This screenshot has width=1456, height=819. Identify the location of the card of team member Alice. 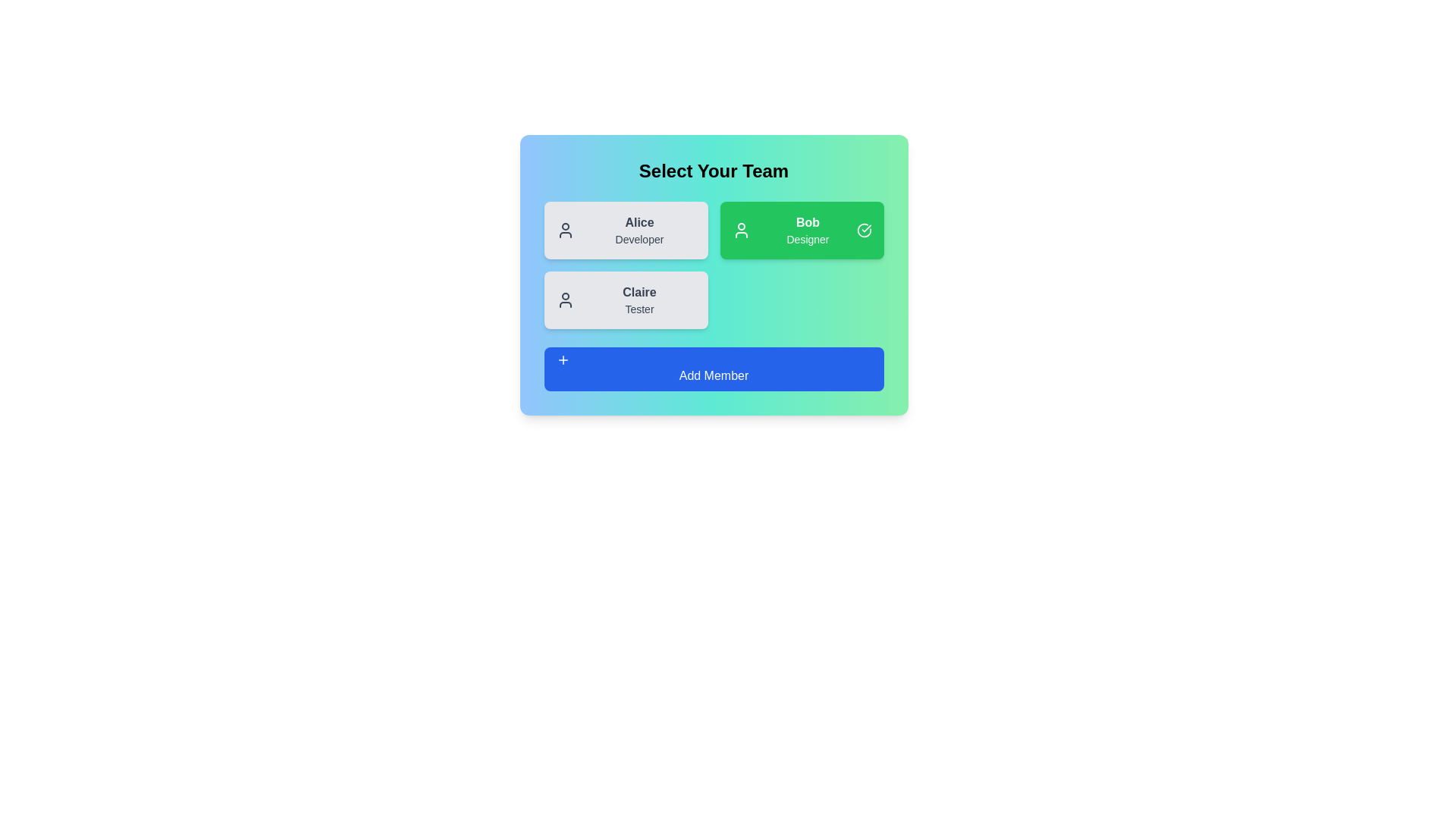
(626, 231).